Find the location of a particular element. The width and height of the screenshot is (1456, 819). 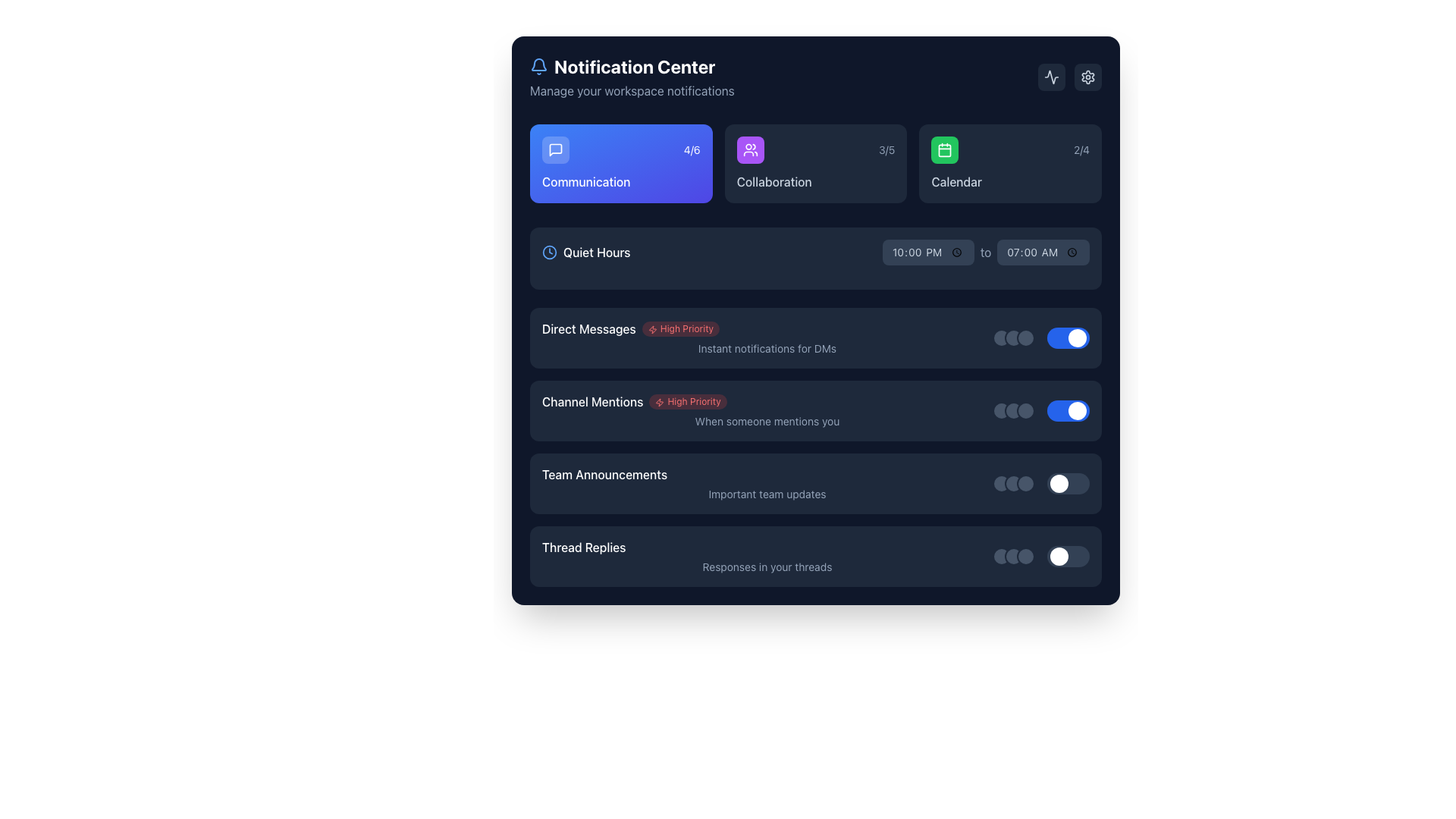

the gear-shaped settings icon located at the top-right corner of the interface is located at coordinates (1087, 77).